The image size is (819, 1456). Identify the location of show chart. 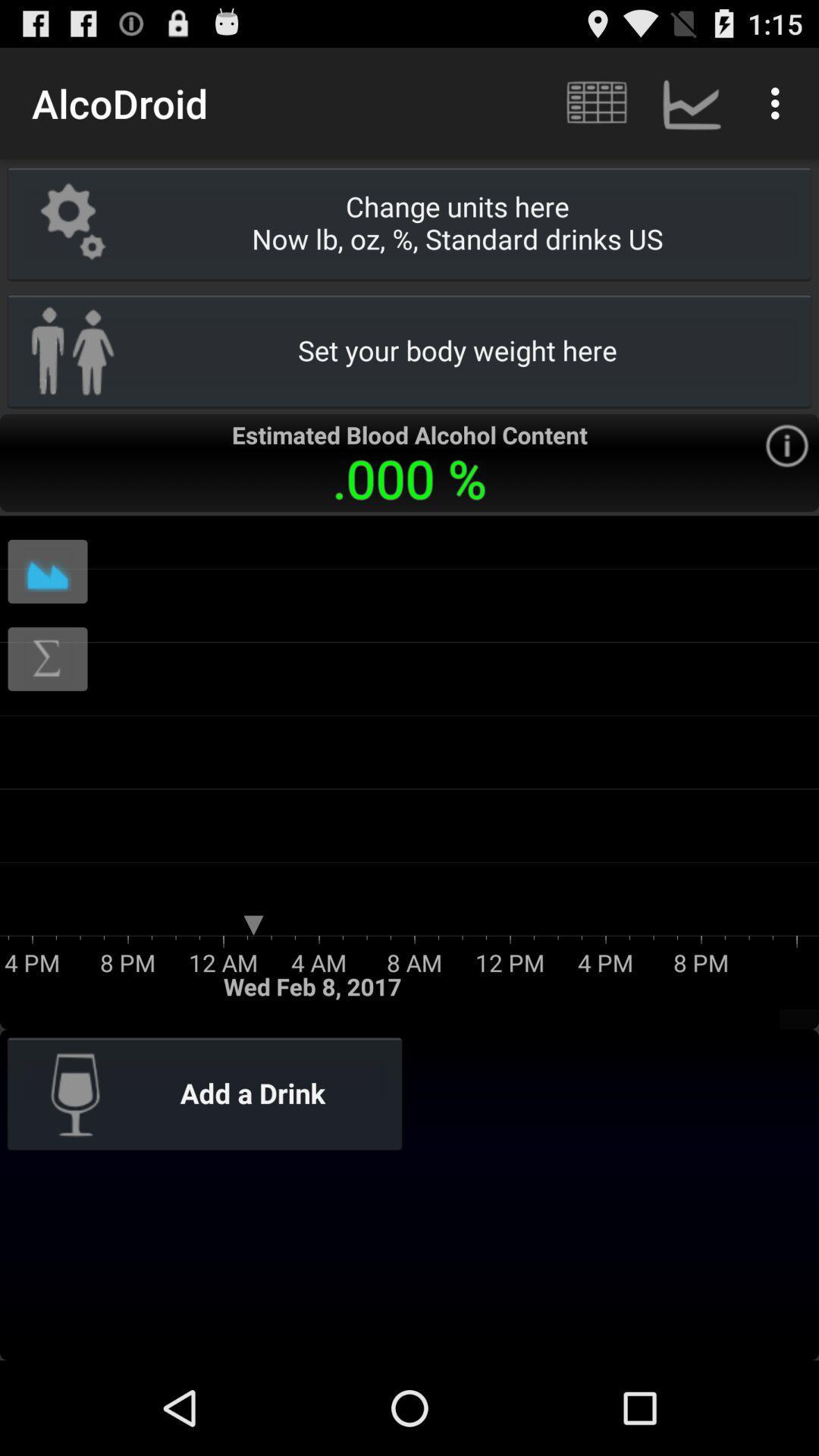
(46, 570).